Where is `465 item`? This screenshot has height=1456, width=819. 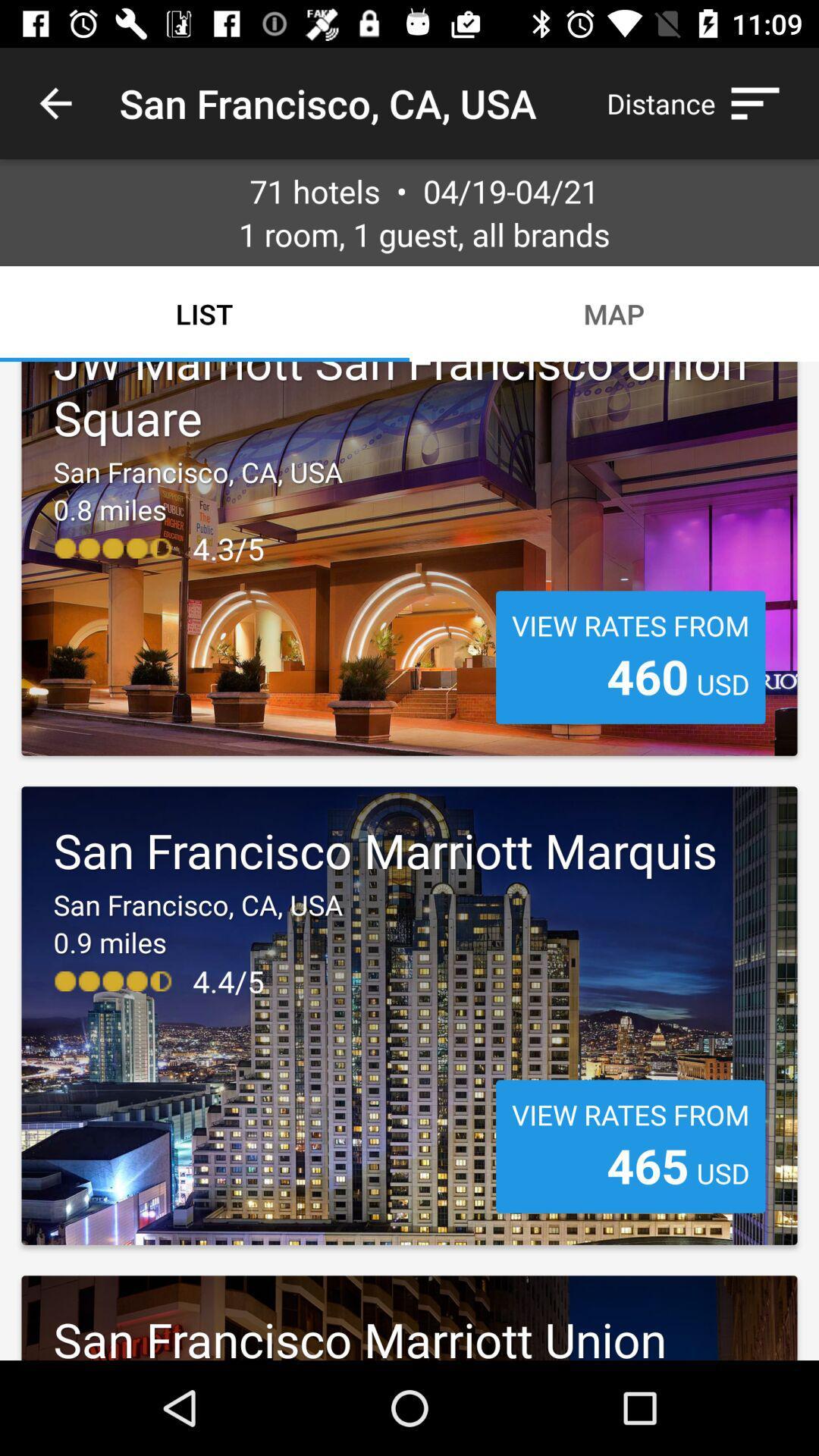
465 item is located at coordinates (648, 1164).